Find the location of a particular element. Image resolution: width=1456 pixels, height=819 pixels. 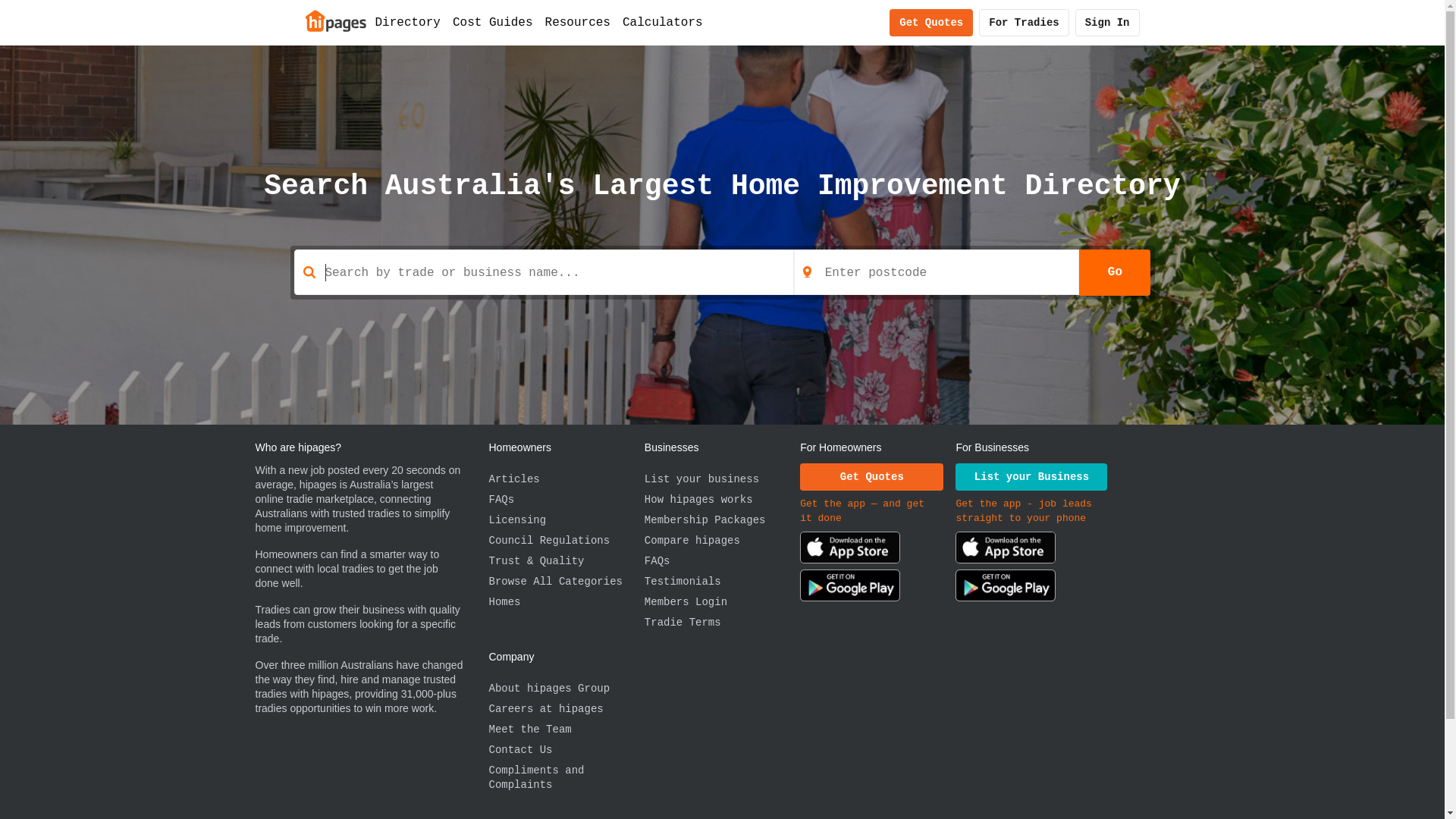

'Browse All Categories' is located at coordinates (565, 581).